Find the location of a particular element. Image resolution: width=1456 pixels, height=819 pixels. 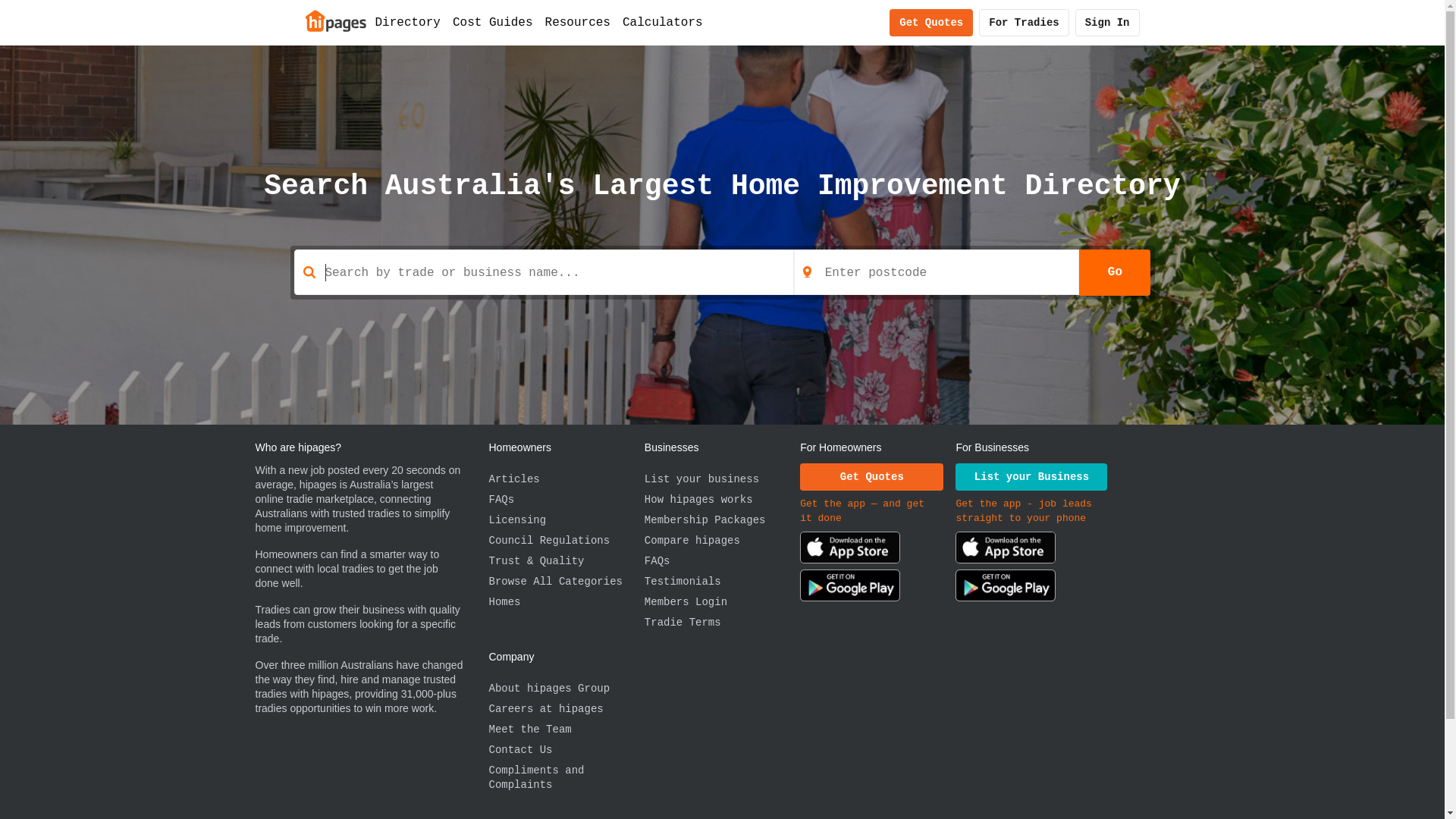

'Browse All Categories' is located at coordinates (565, 581).